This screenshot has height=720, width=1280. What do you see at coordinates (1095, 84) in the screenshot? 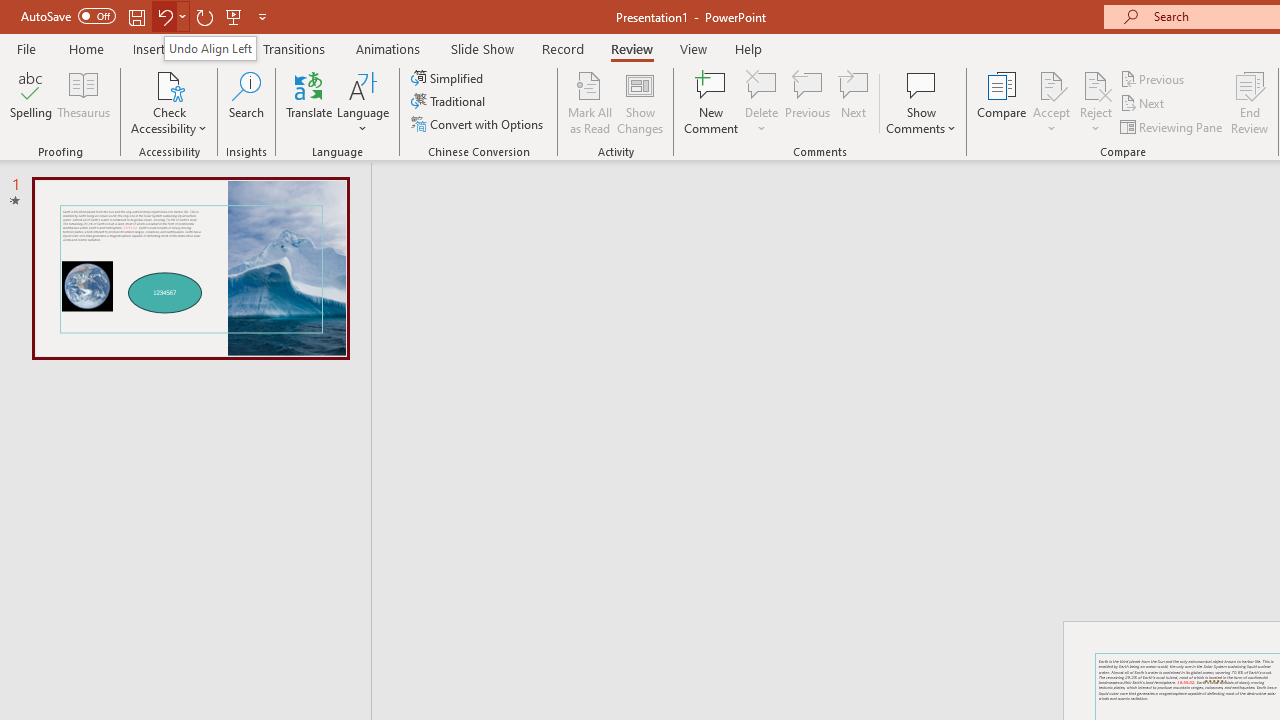
I see `'Reject Change'` at bounding box center [1095, 84].